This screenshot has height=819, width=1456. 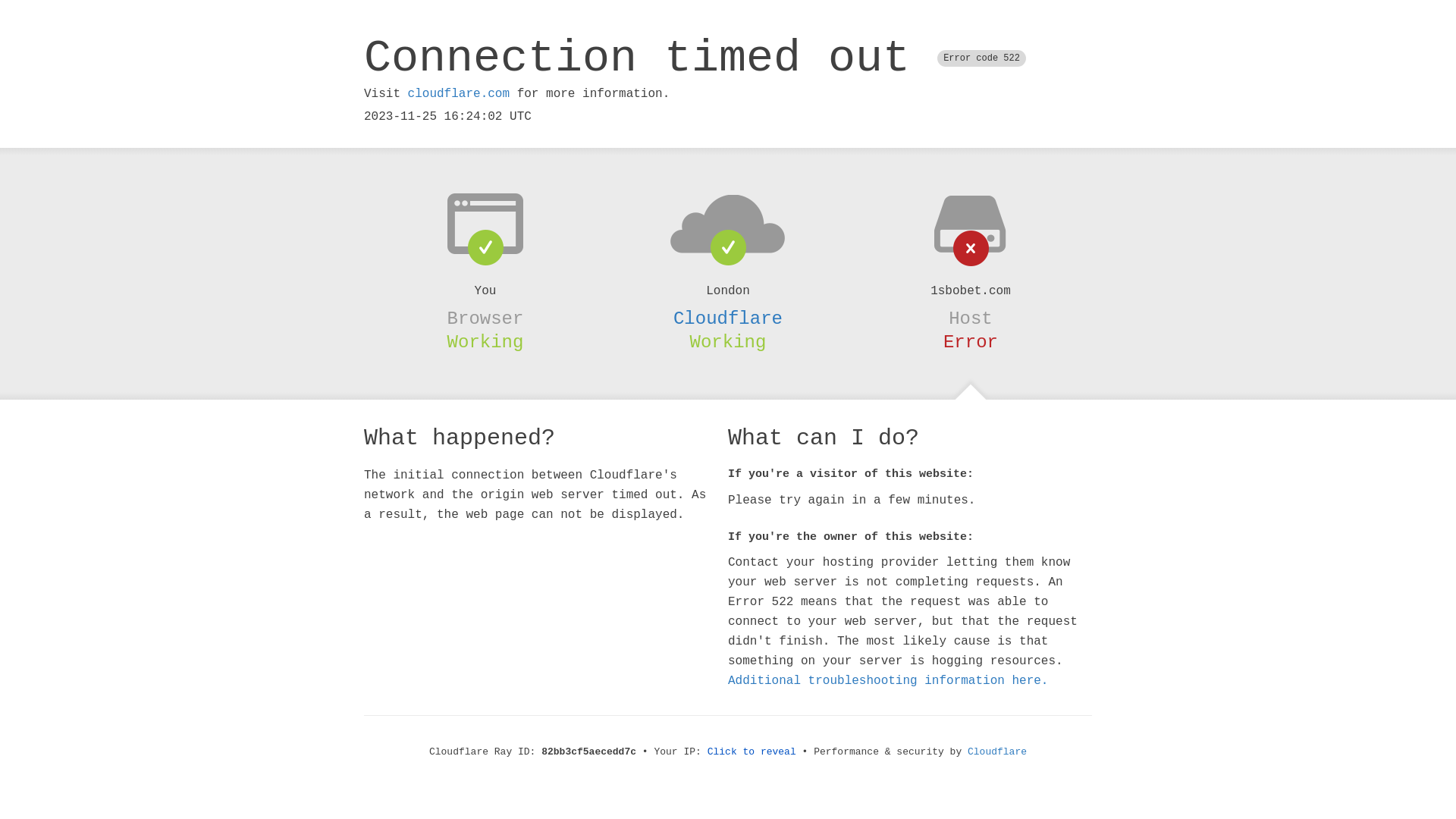 I want to click on 'cloudflare.com', so click(x=457, y=93).